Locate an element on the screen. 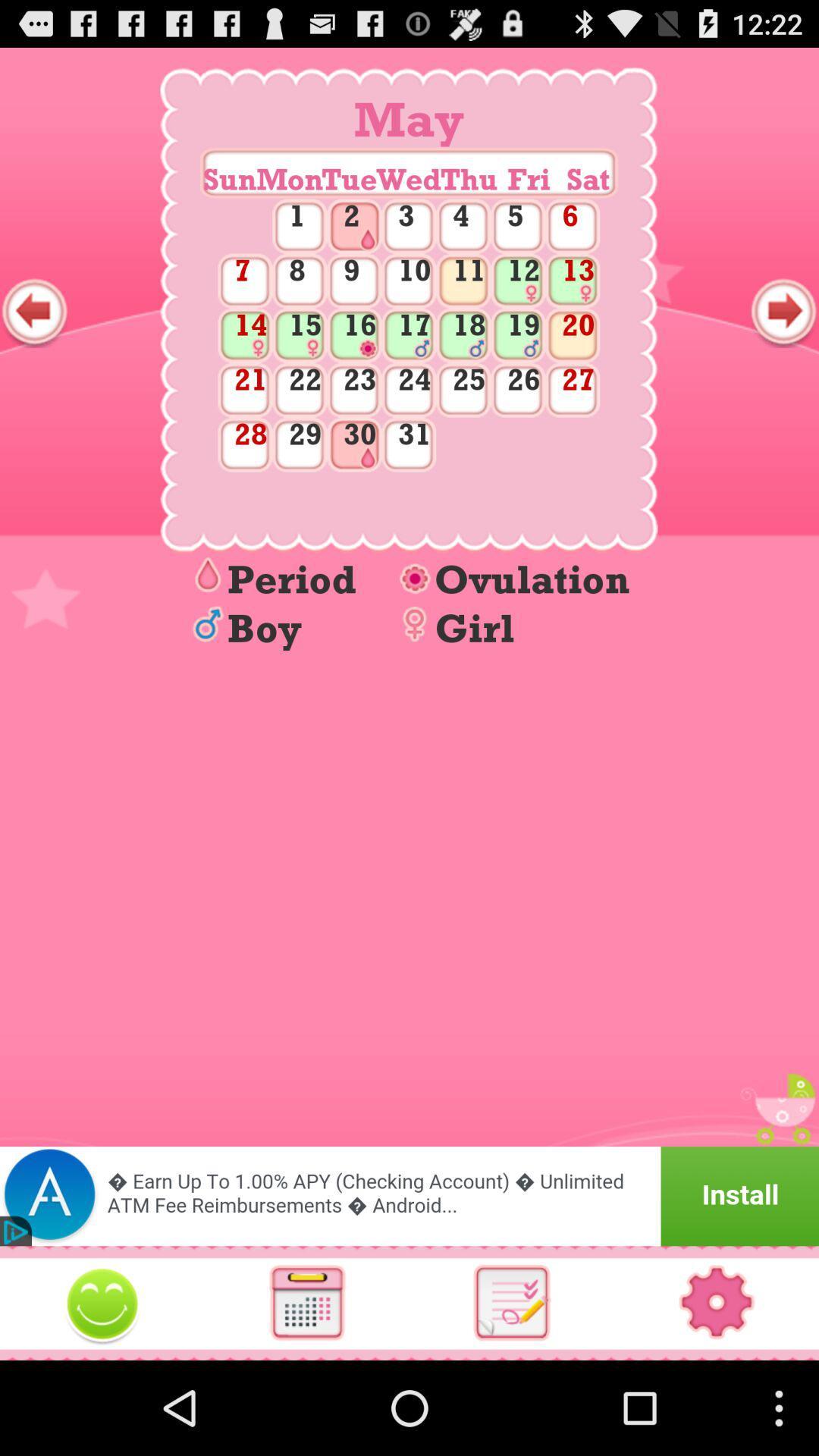 Image resolution: width=819 pixels, height=1456 pixels. the arrow_forward icon is located at coordinates (783, 332).